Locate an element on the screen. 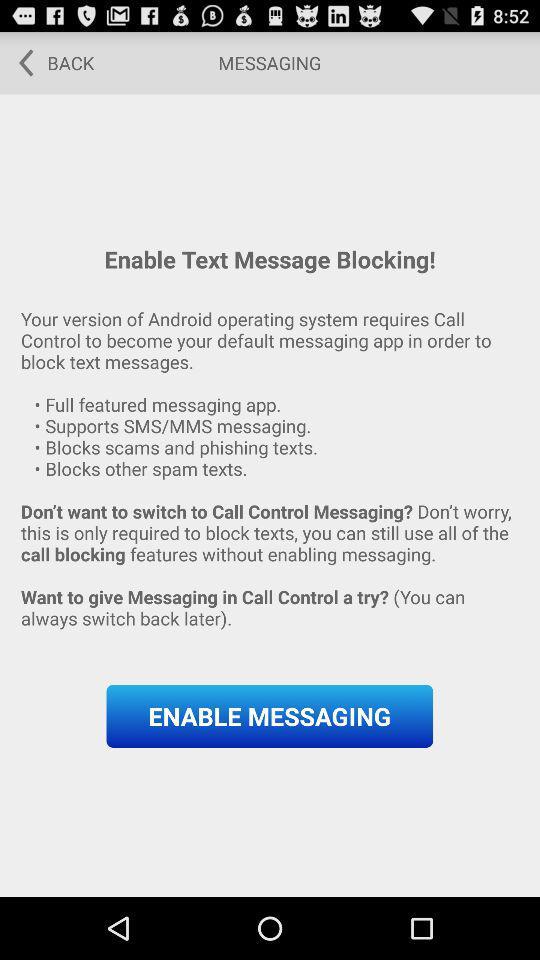 The height and width of the screenshot is (960, 540). icon at the top left corner is located at coordinates (49, 62).